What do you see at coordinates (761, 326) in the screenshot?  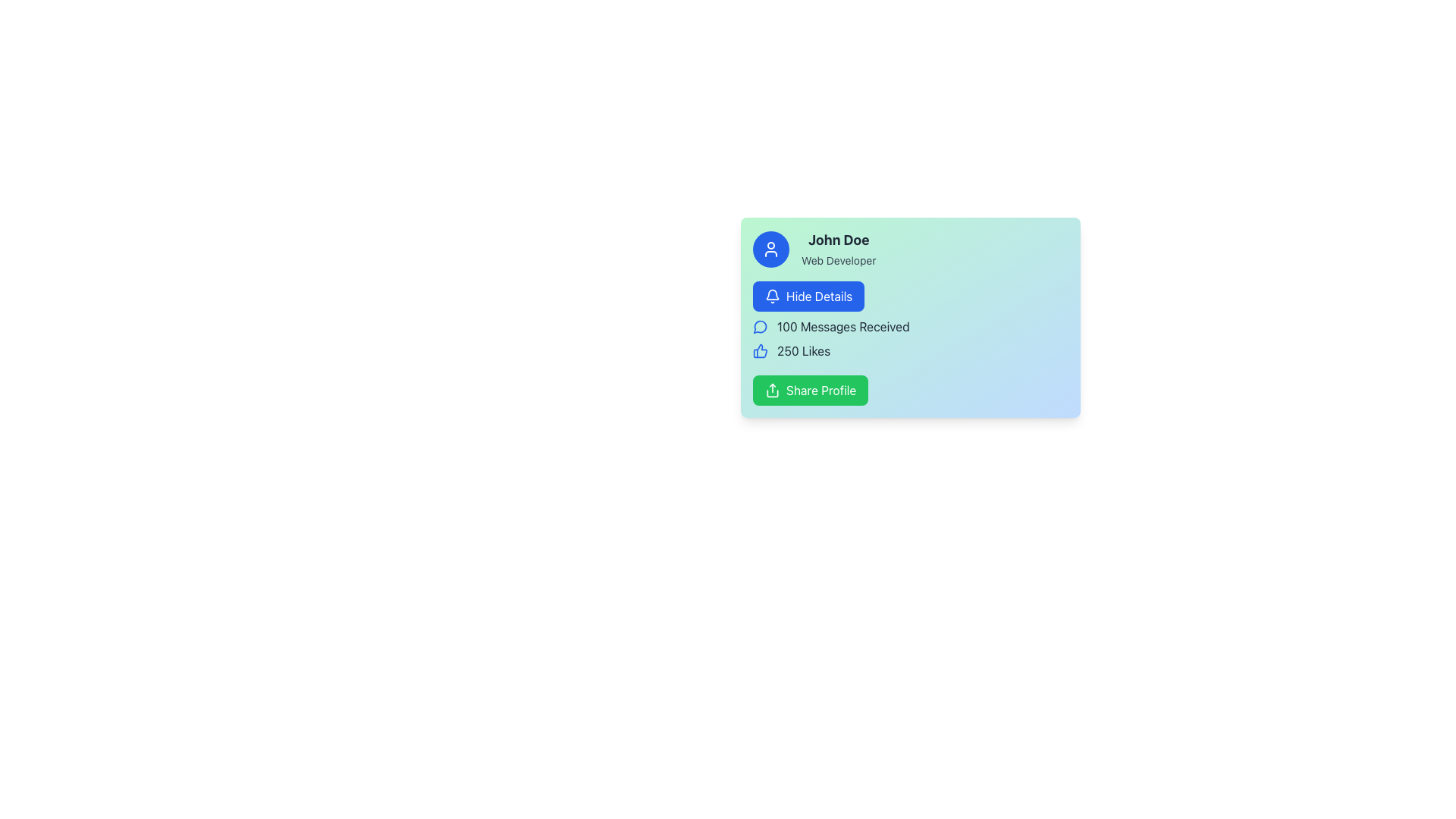 I see `the decorative icon representing '100 Messages Received', located to the left of the text and aligned vertically with similar items` at bounding box center [761, 326].